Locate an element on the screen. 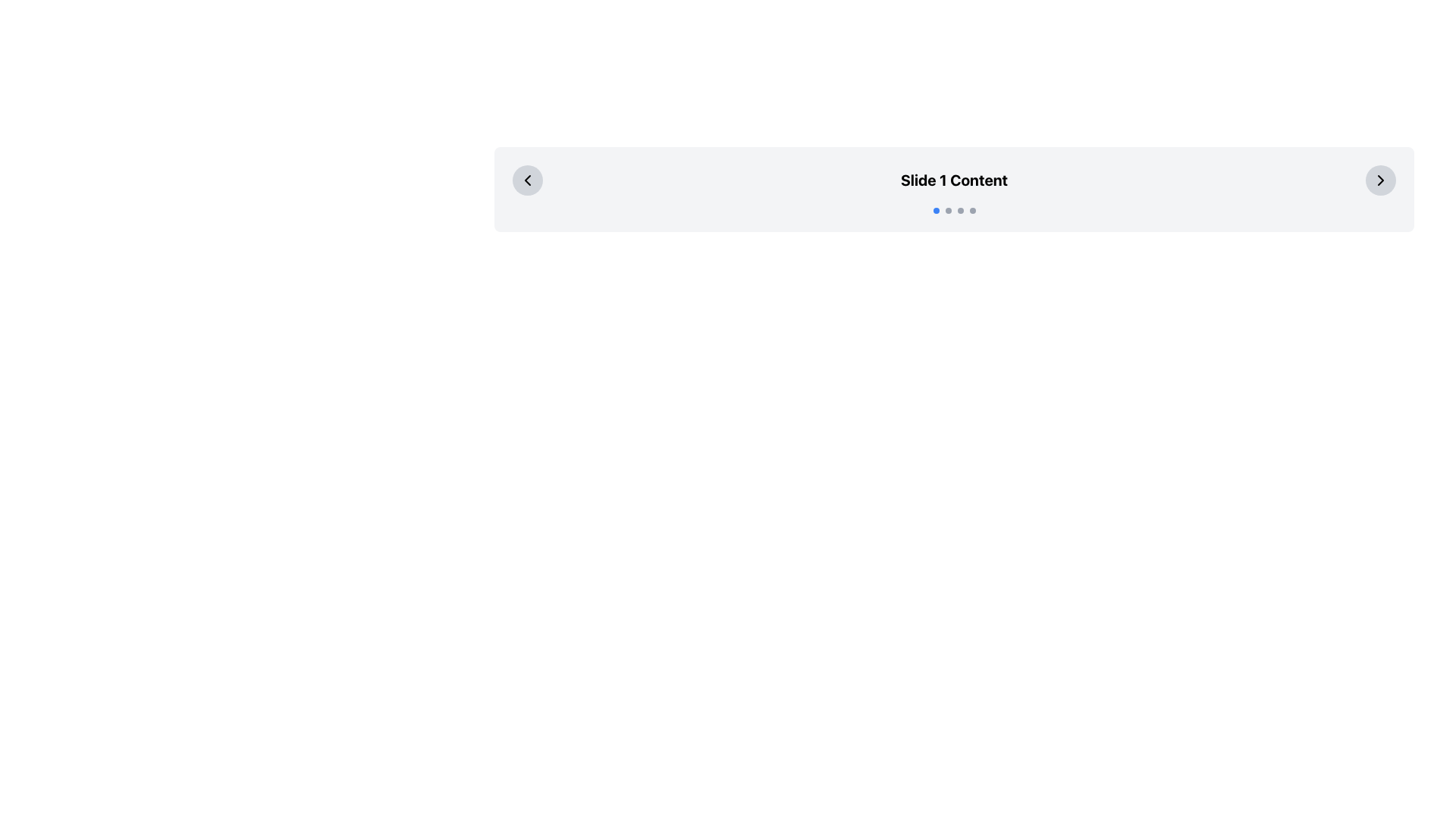 This screenshot has height=819, width=1456. the chevron icon on the far-right side of the horizontal navigation panel, which serves as a toggle for progressing to the next item or action is located at coordinates (1380, 180).